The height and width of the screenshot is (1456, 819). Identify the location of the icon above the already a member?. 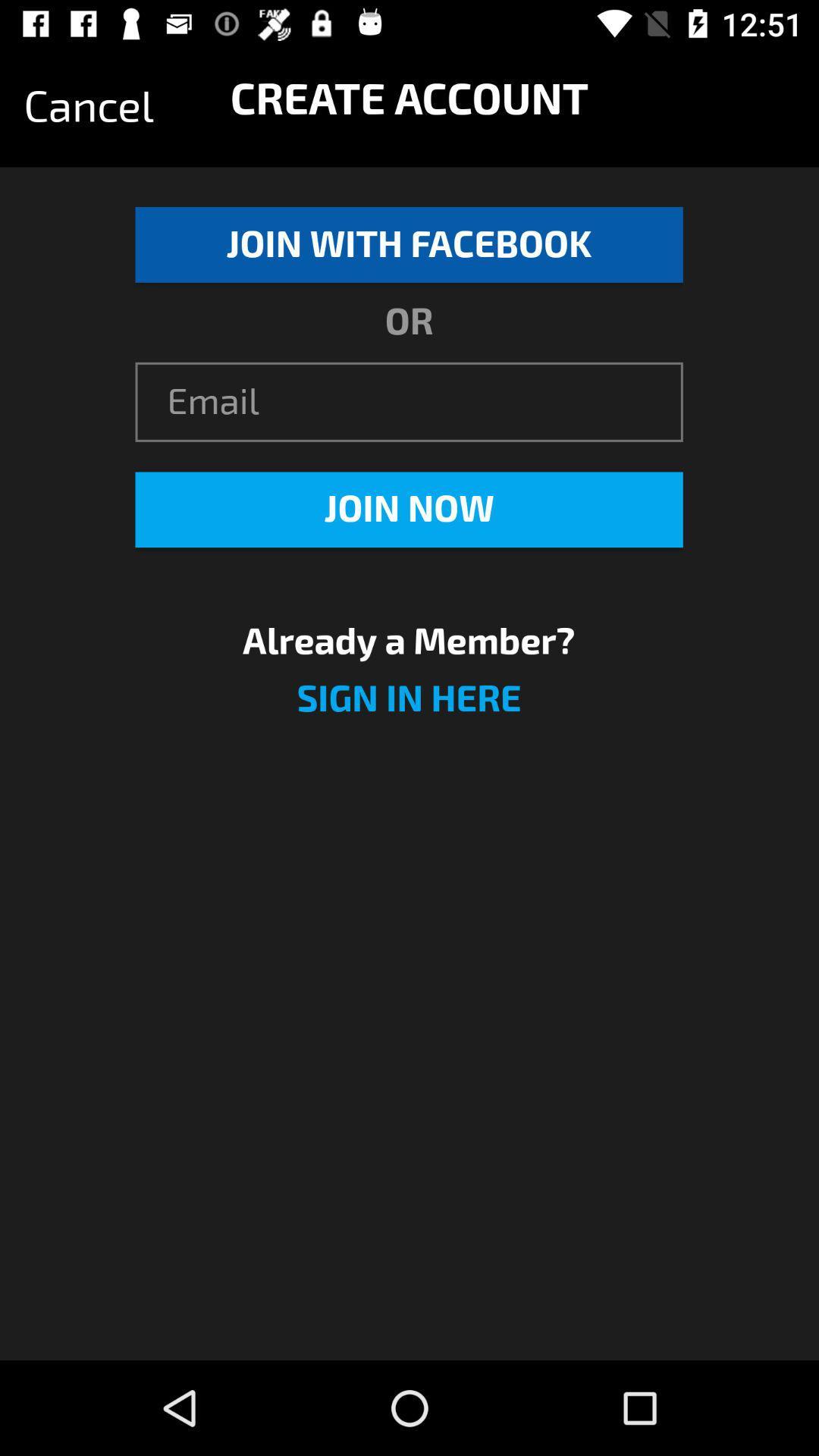
(408, 510).